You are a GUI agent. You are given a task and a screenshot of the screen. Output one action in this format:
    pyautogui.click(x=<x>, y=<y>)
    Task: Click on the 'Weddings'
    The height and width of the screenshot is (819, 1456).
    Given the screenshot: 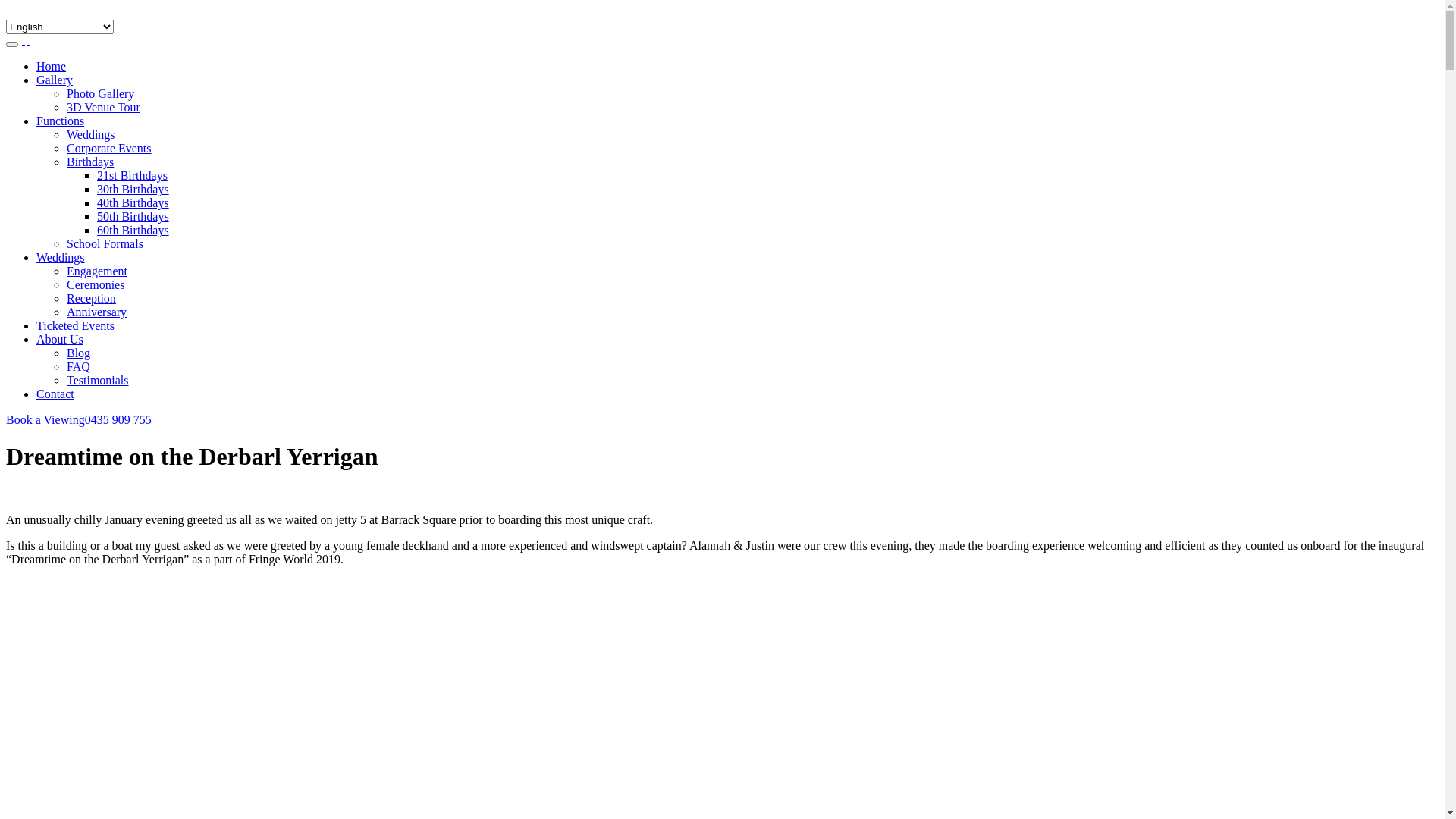 What is the action you would take?
    pyautogui.click(x=65, y=133)
    